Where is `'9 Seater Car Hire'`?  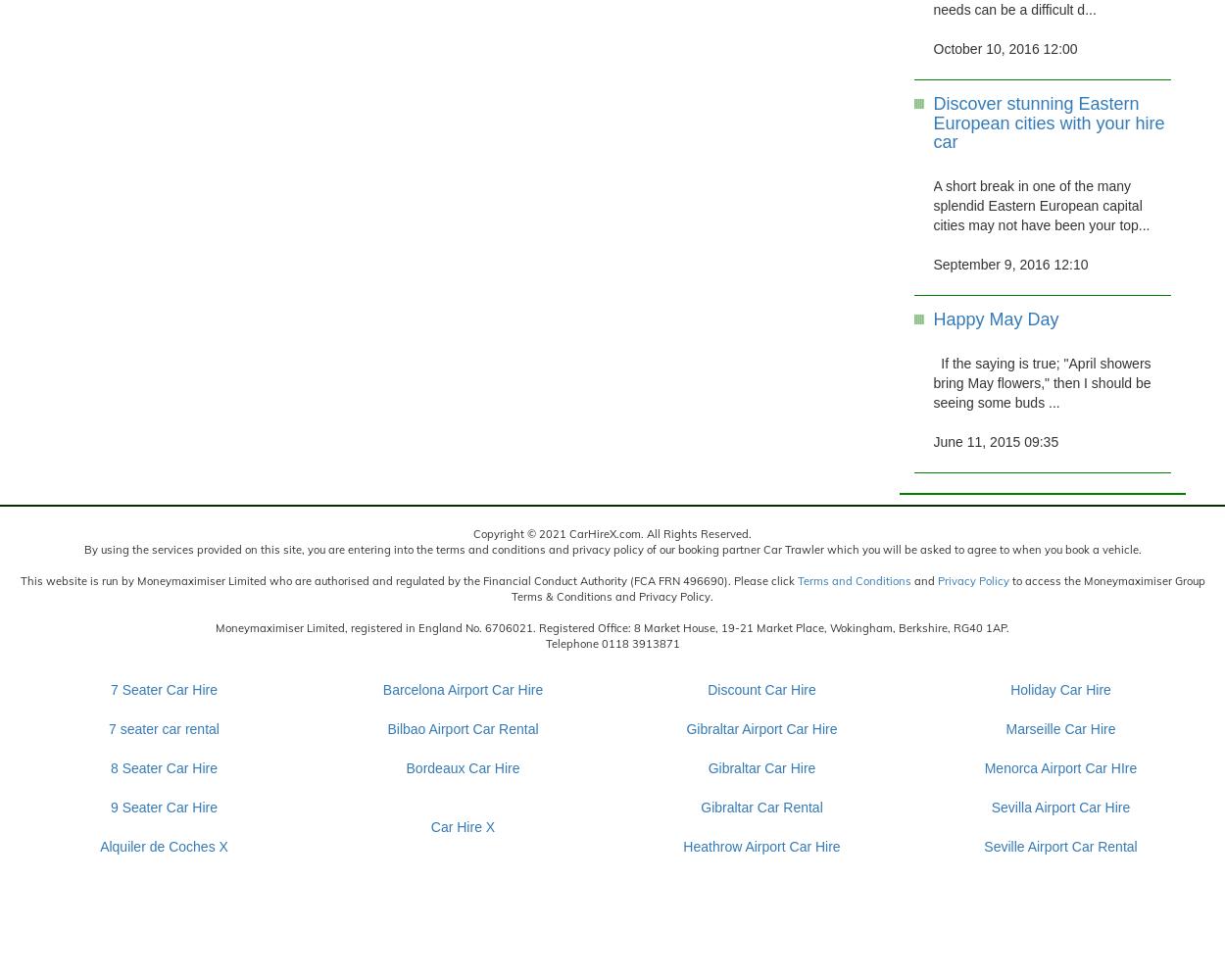
'9 Seater Car Hire' is located at coordinates (164, 806).